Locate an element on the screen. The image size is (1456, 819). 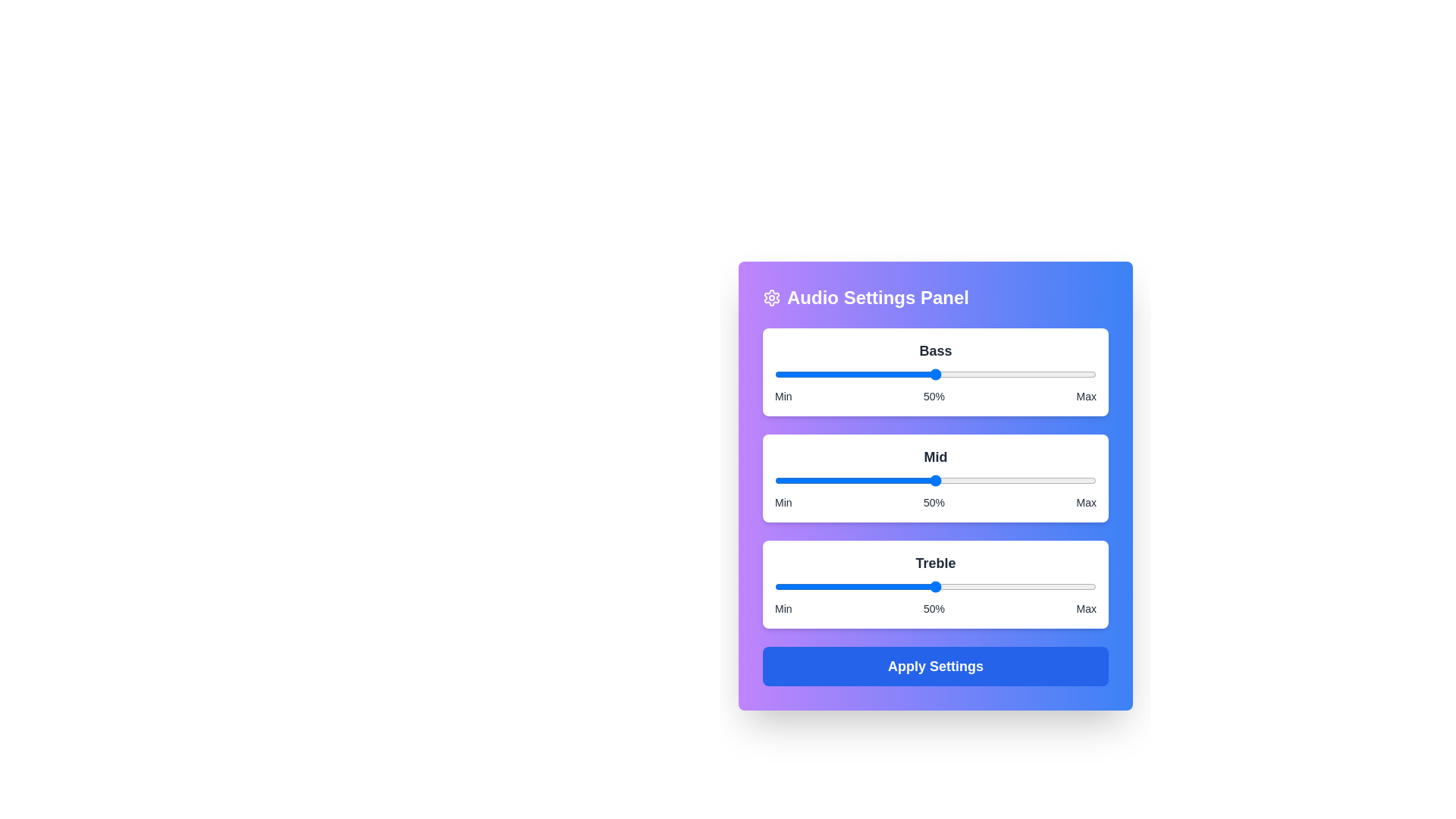
the bass level is located at coordinates (1070, 374).